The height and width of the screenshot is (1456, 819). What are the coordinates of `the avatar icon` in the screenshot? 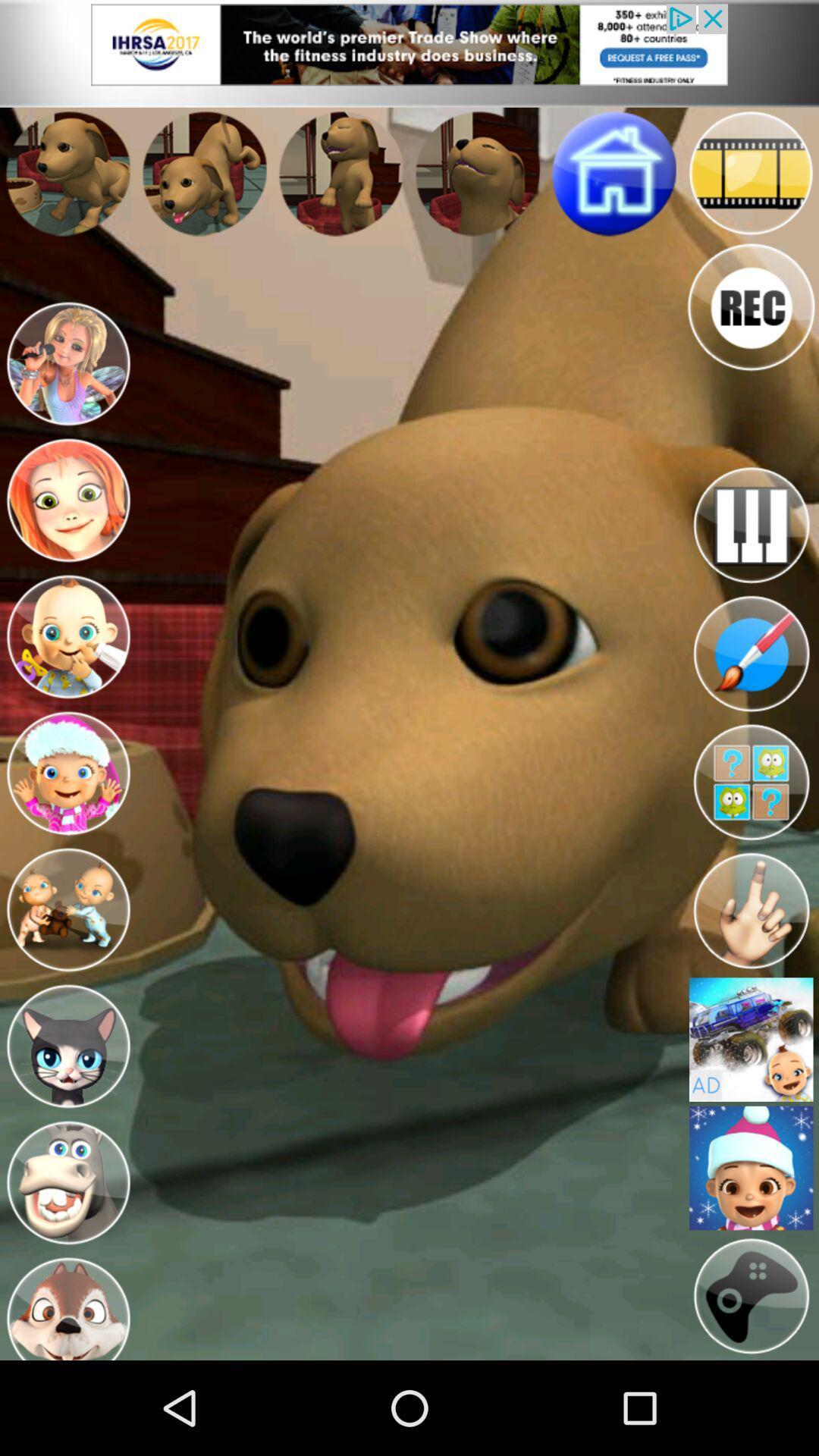 It's located at (67, 974).